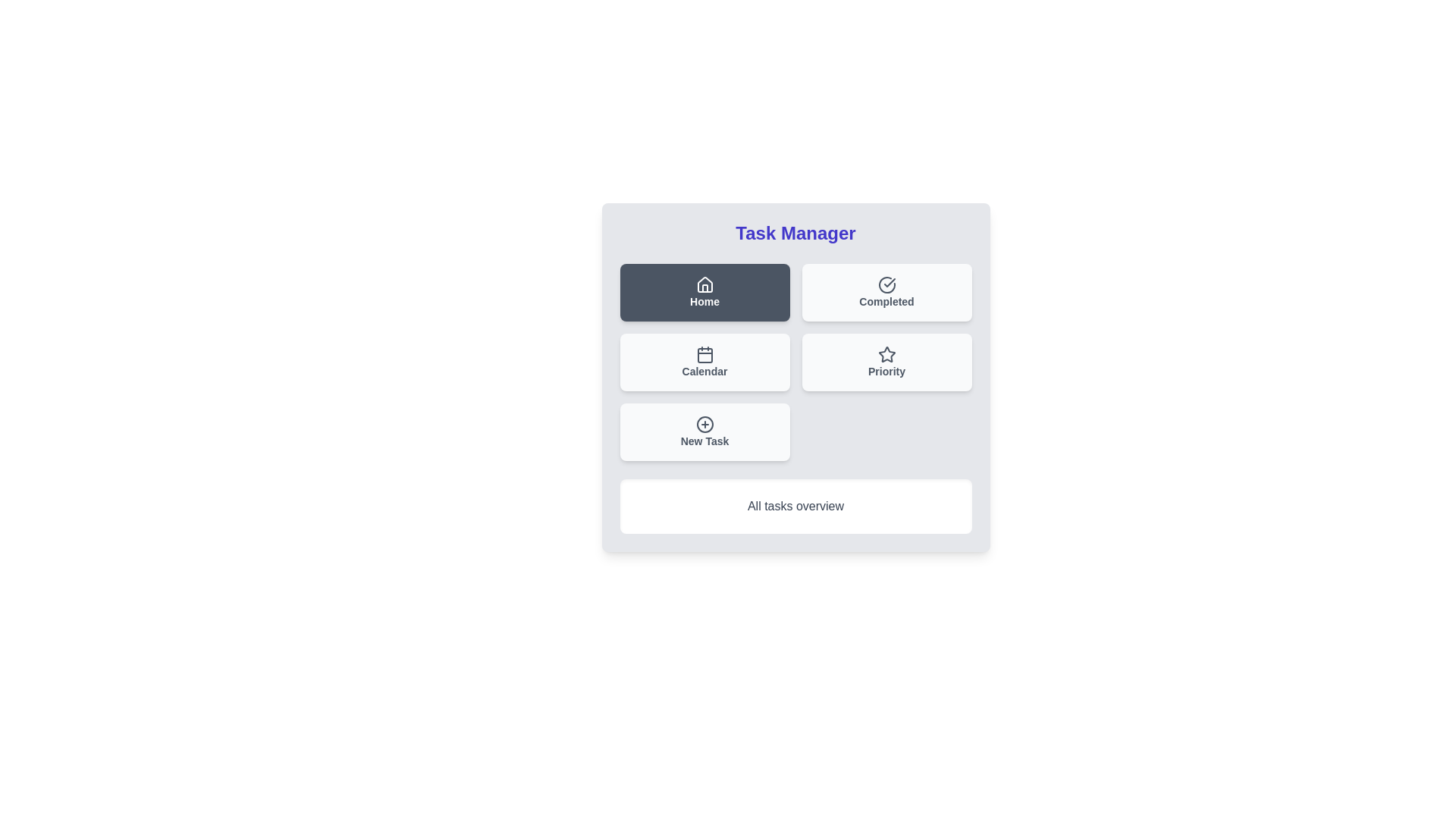 This screenshot has height=819, width=1456. Describe the element at coordinates (704, 432) in the screenshot. I see `the 'New Task' button` at that location.